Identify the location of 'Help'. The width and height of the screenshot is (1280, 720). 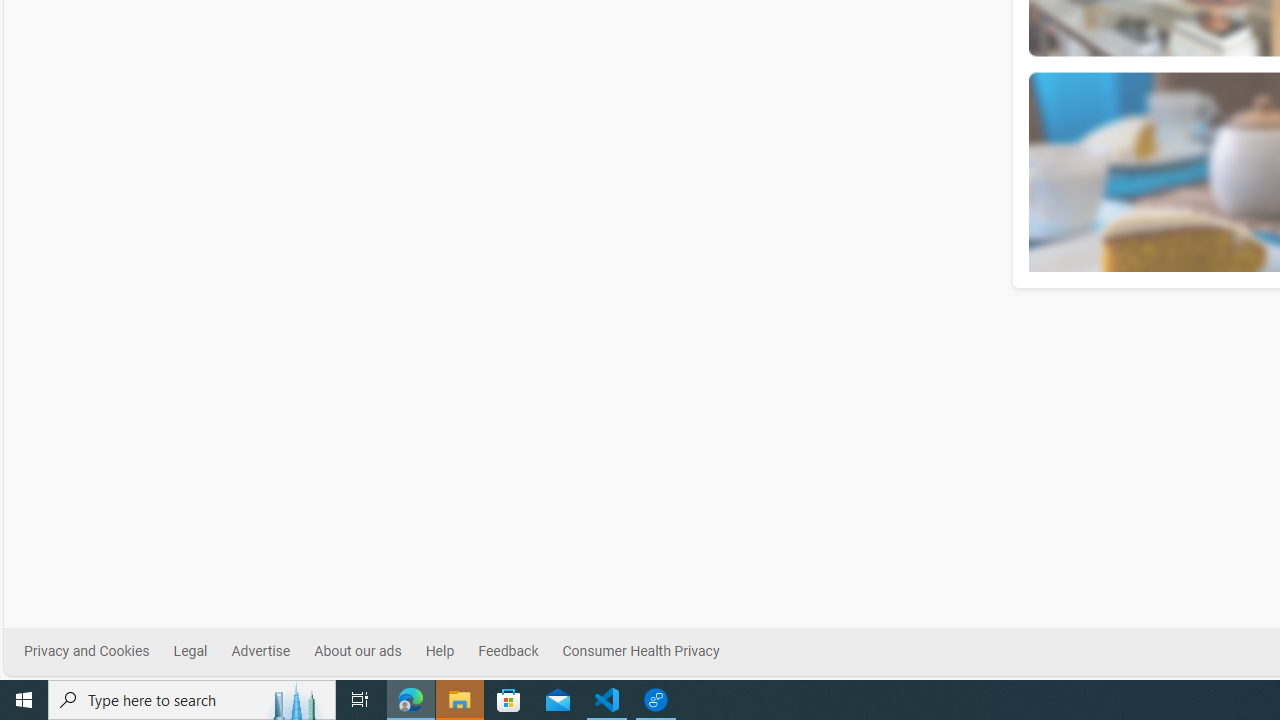
(438, 651).